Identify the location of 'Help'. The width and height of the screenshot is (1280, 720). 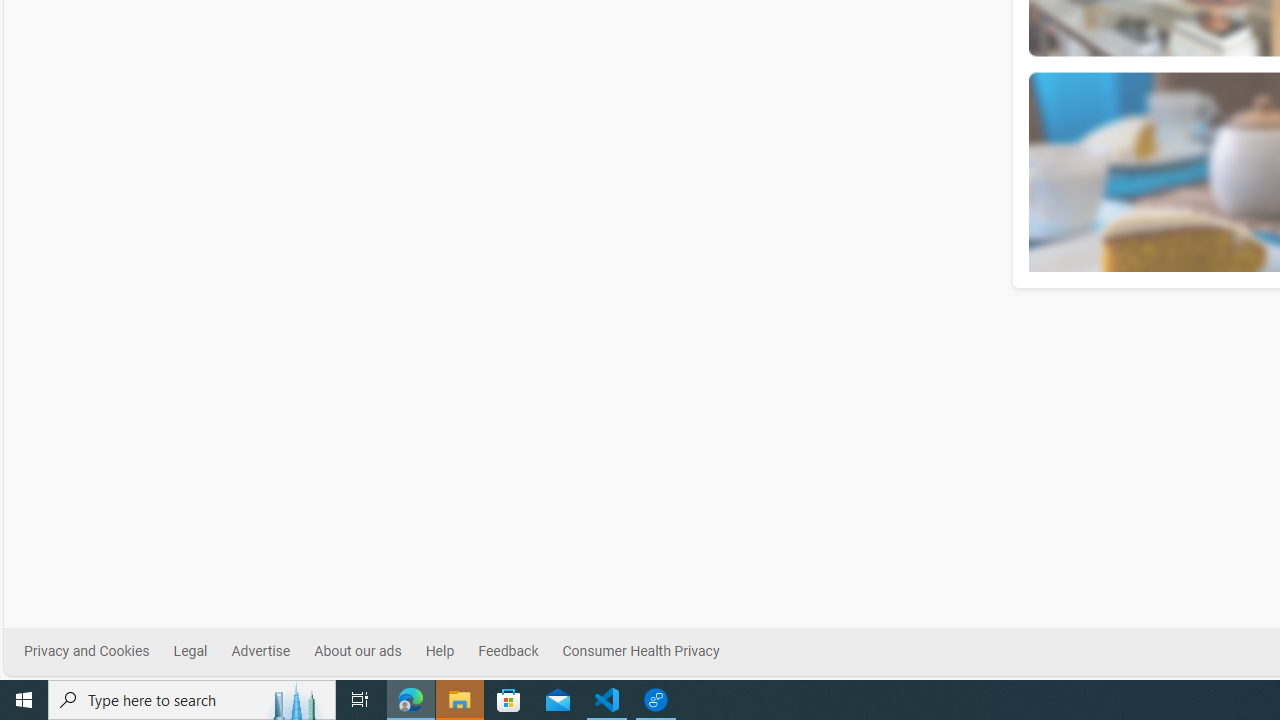
(438, 651).